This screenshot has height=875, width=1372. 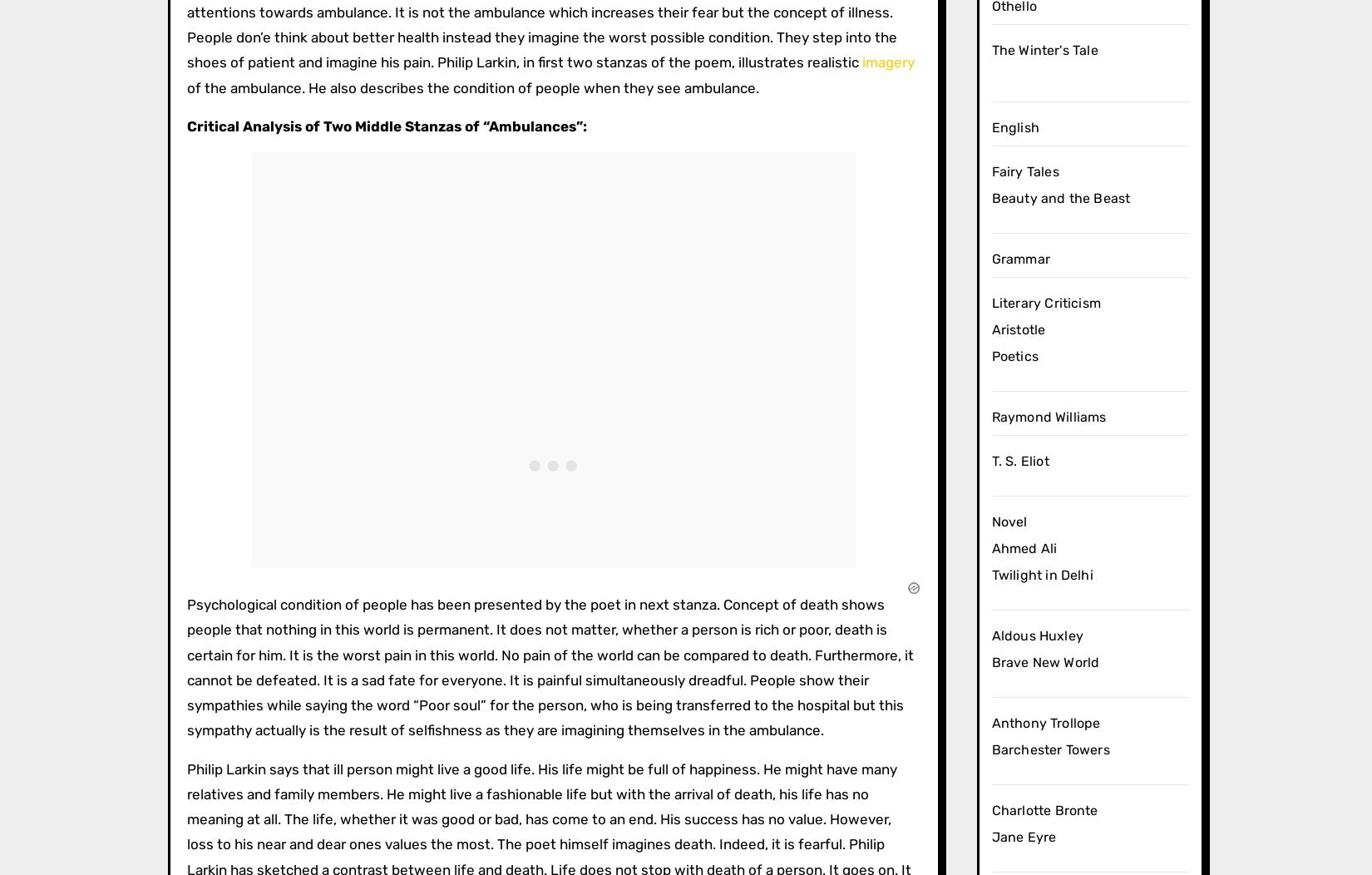 I want to click on 'Drama', so click(x=901, y=256).